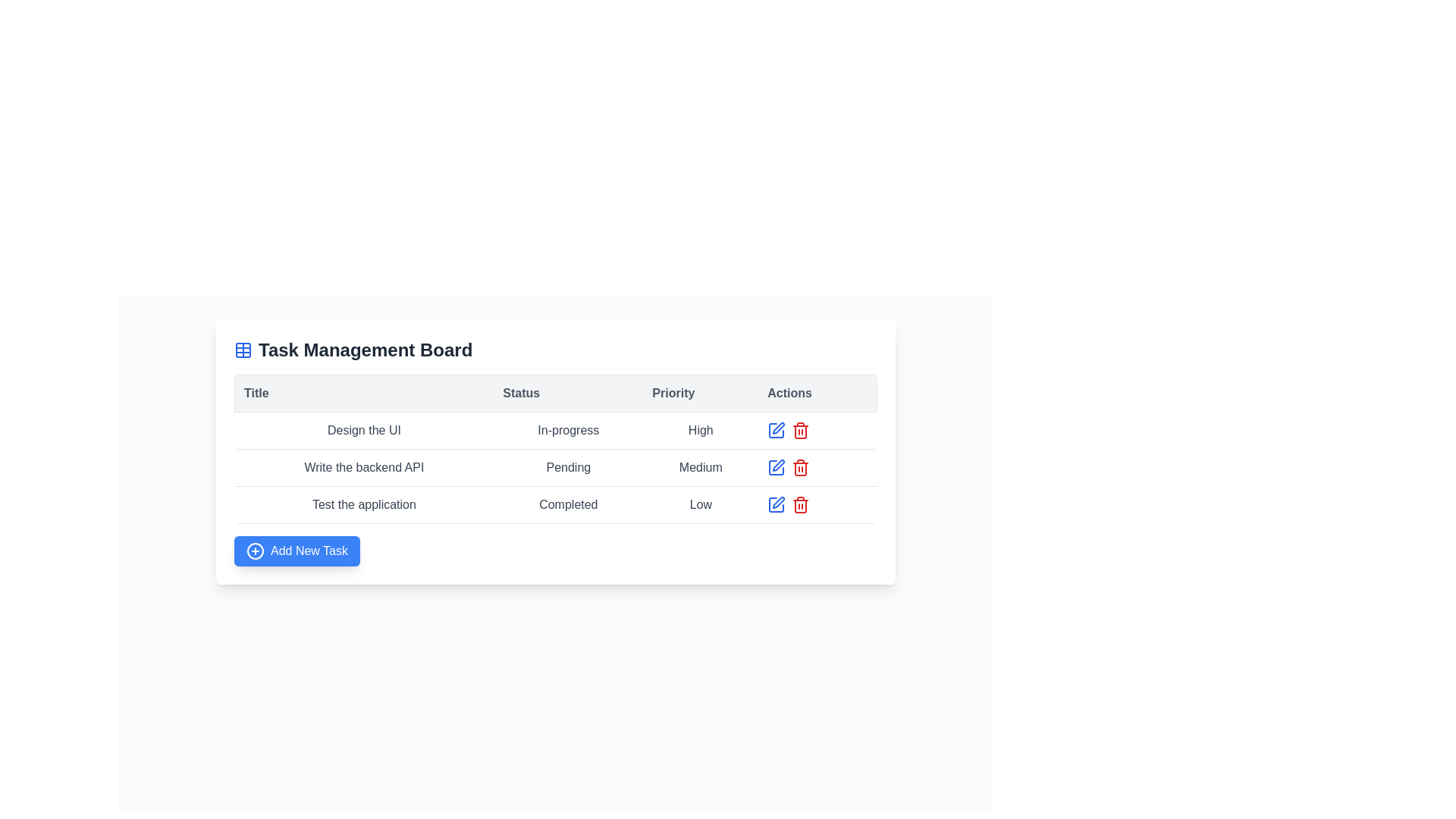 The width and height of the screenshot is (1456, 819). What do you see at coordinates (700, 467) in the screenshot?
I see `the Label displaying 'Medium' in gray color, located in the third column of the second row of the table under the 'Priority' column` at bounding box center [700, 467].